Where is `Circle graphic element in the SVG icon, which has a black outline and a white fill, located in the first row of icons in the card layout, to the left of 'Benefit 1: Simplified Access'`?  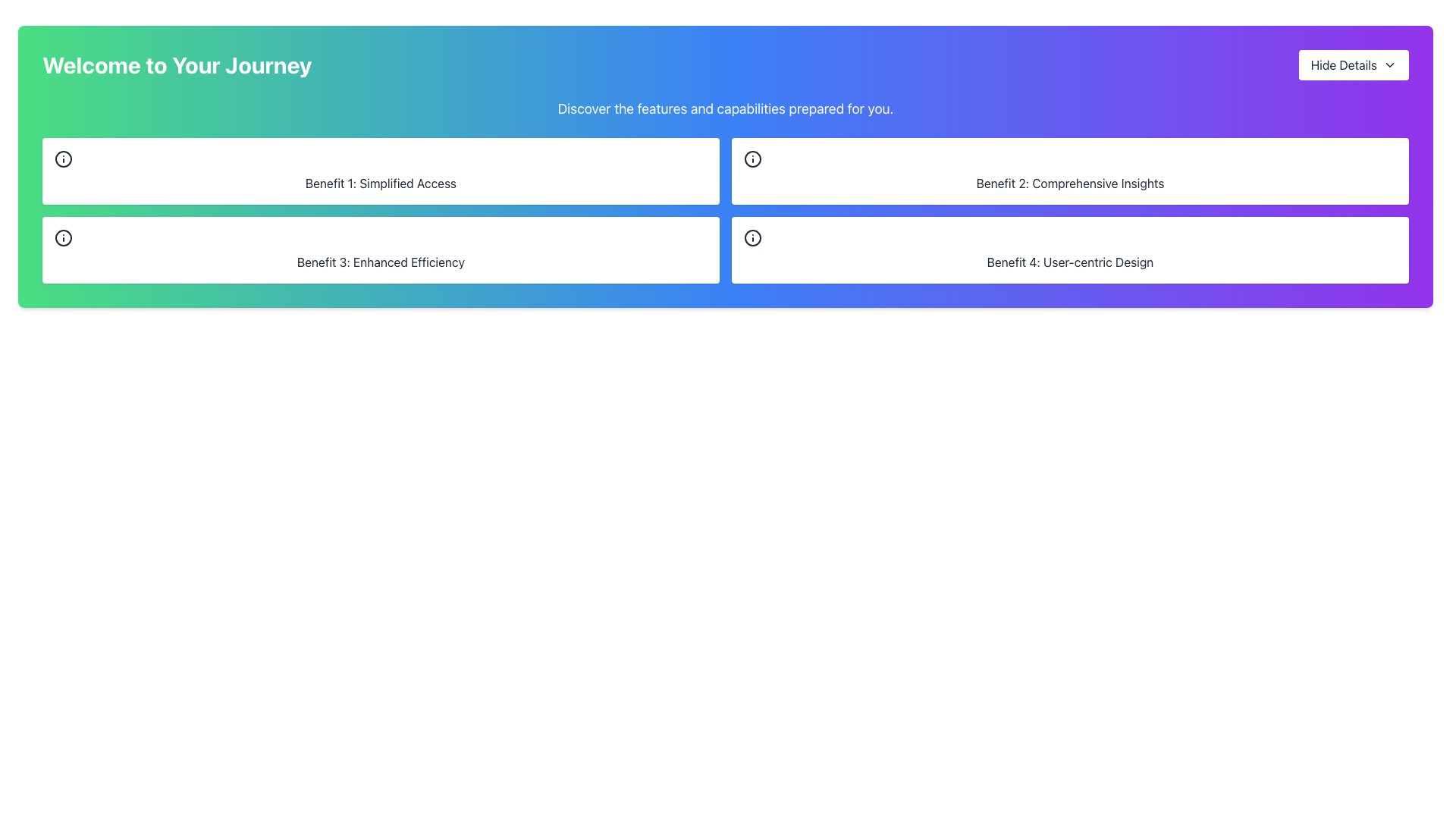
Circle graphic element in the SVG icon, which has a black outline and a white fill, located in the first row of icons in the card layout, to the left of 'Benefit 1: Simplified Access' is located at coordinates (62, 158).